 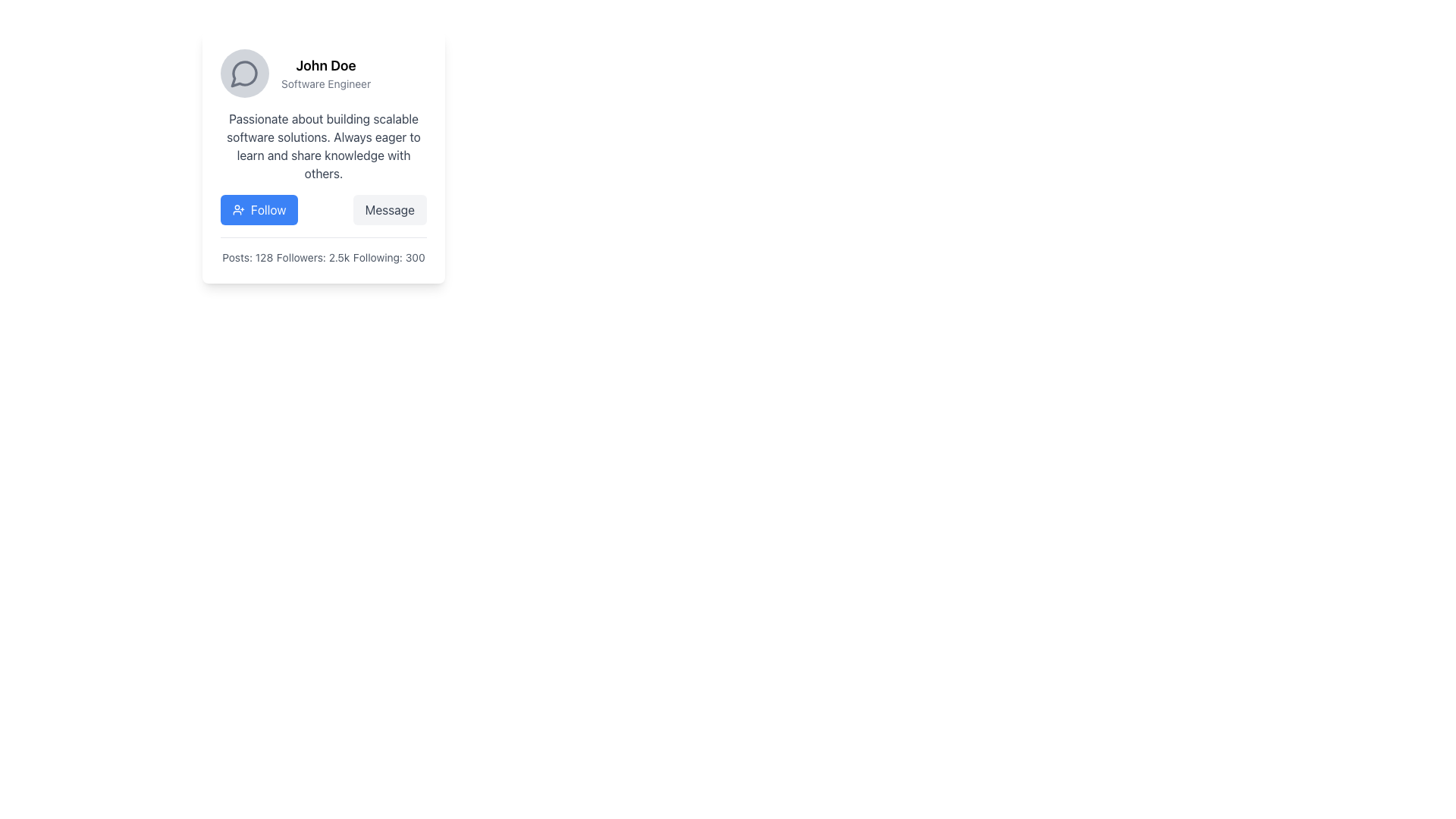 I want to click on the Text Display element that shows user statistics with 'Posts: 128', 'Followers: 2.5k', and 'Following: 300' at the bottom of the card interface, so click(x=323, y=250).